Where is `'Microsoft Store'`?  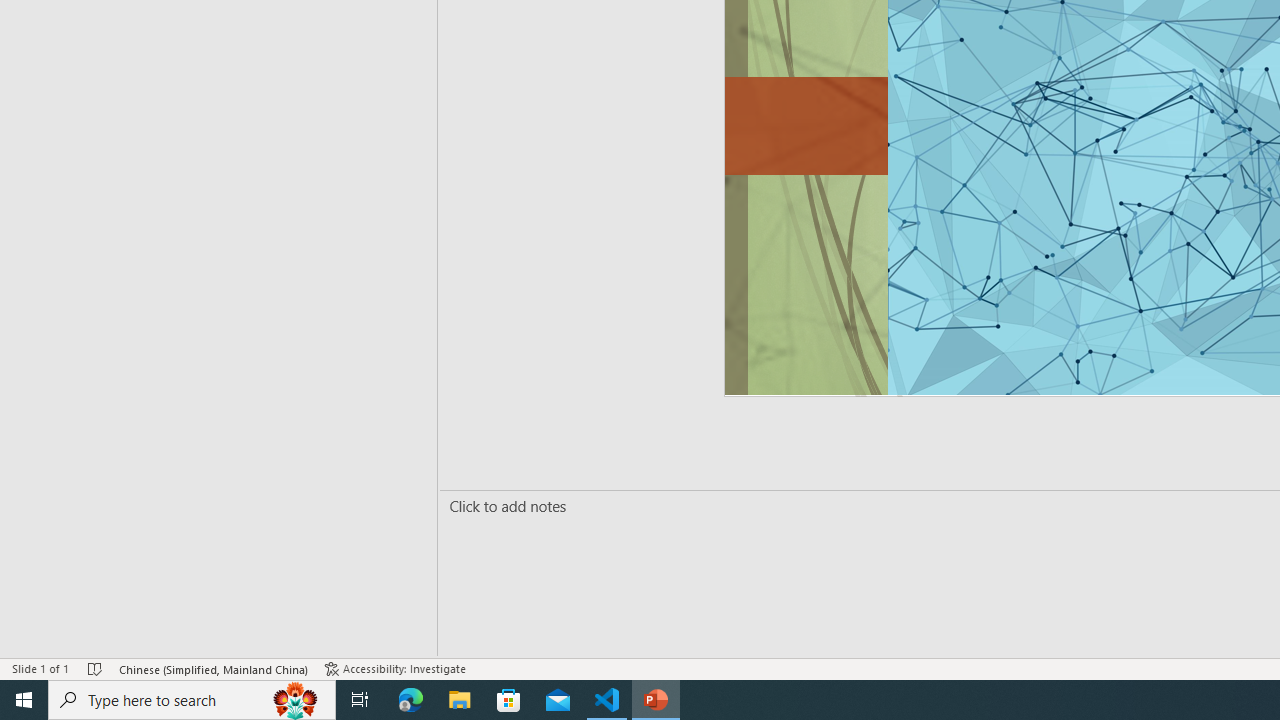
'Microsoft Store' is located at coordinates (509, 698).